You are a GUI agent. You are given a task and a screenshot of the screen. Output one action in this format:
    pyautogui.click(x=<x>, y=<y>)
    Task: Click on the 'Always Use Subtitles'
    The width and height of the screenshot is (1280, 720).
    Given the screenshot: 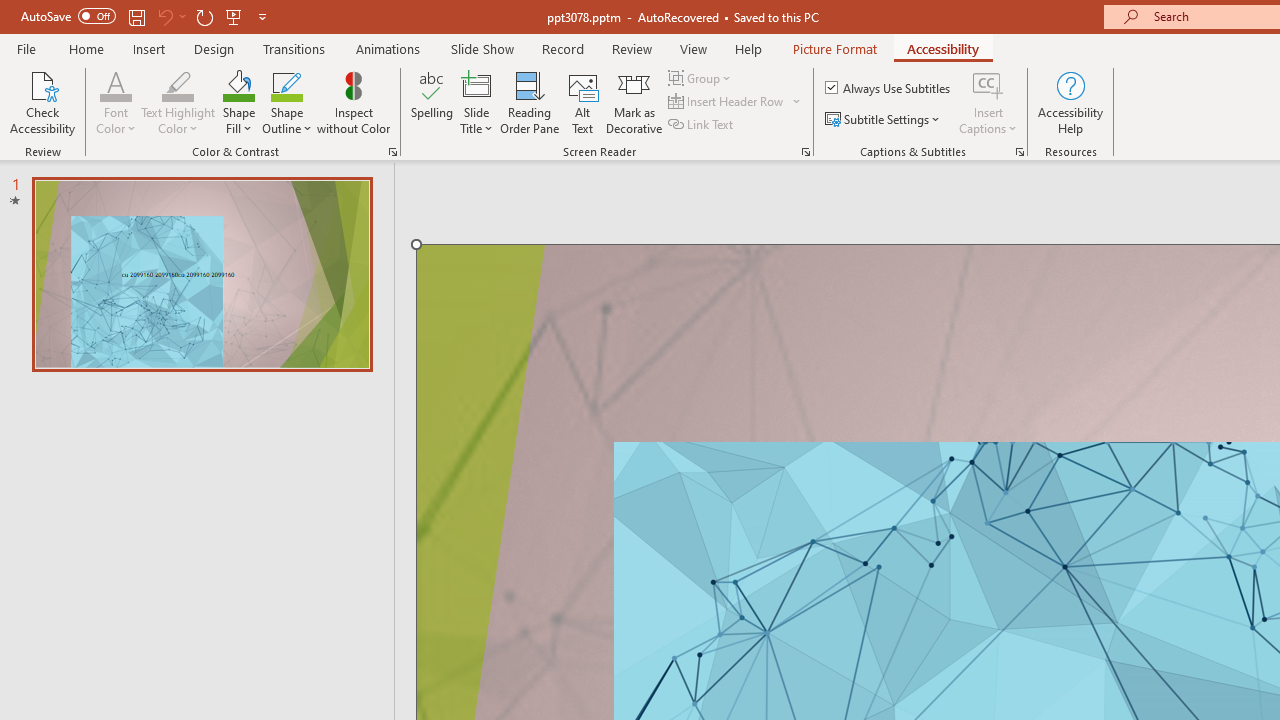 What is the action you would take?
    pyautogui.click(x=888, y=86)
    